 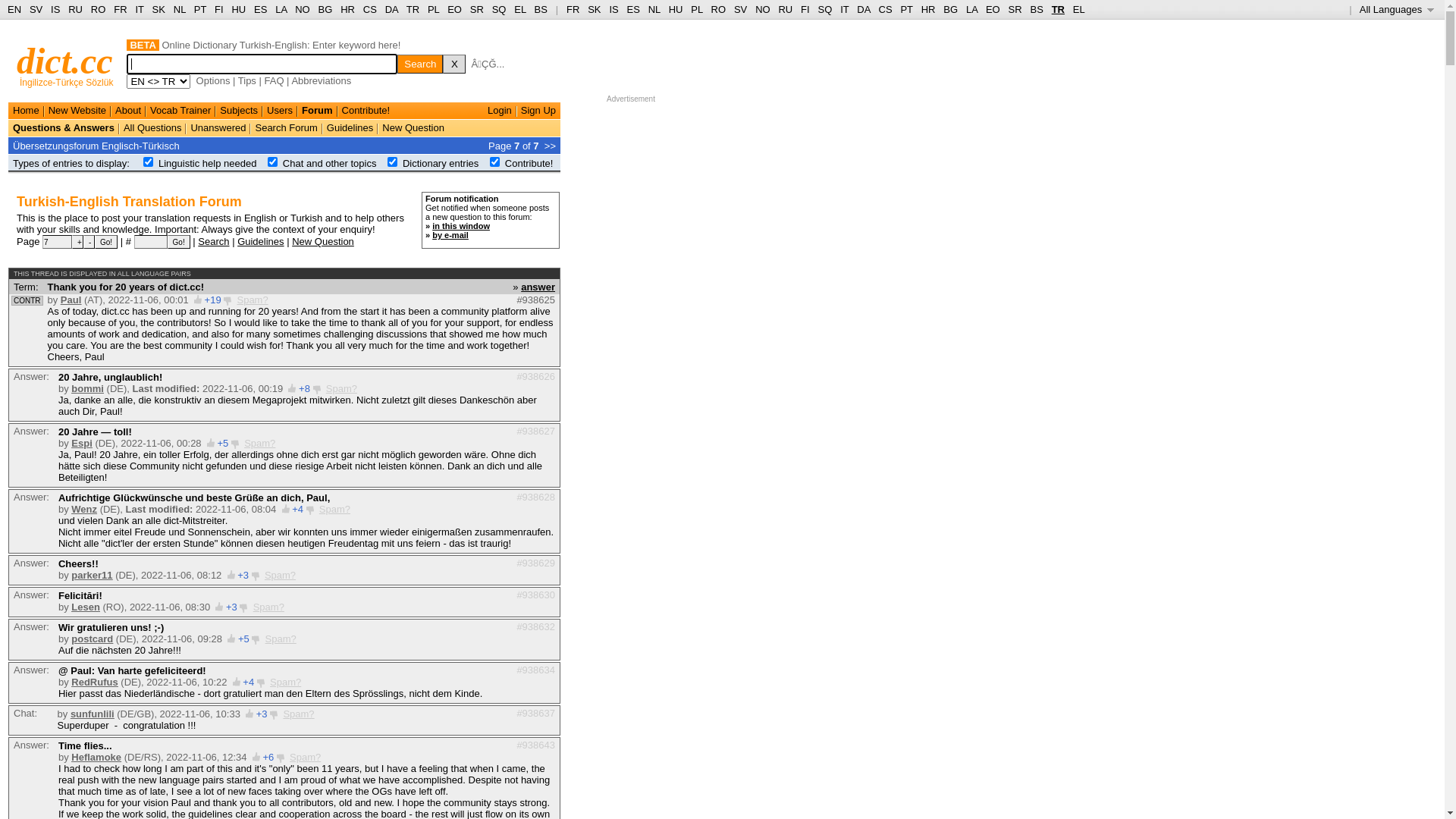 What do you see at coordinates (325, 9) in the screenshot?
I see `'BG'` at bounding box center [325, 9].